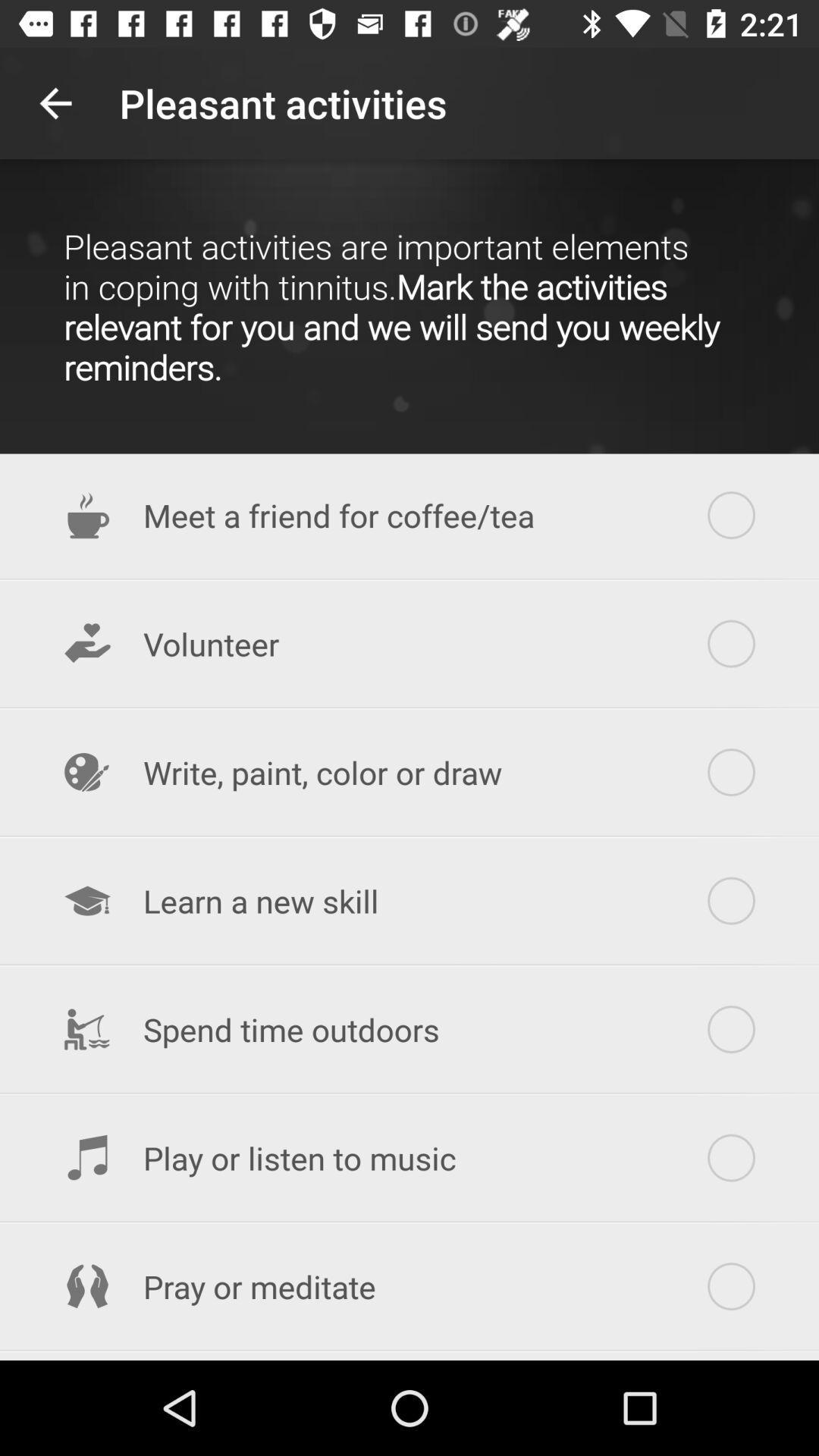 The width and height of the screenshot is (819, 1456). What do you see at coordinates (409, 644) in the screenshot?
I see `the icon below meet a friend` at bounding box center [409, 644].